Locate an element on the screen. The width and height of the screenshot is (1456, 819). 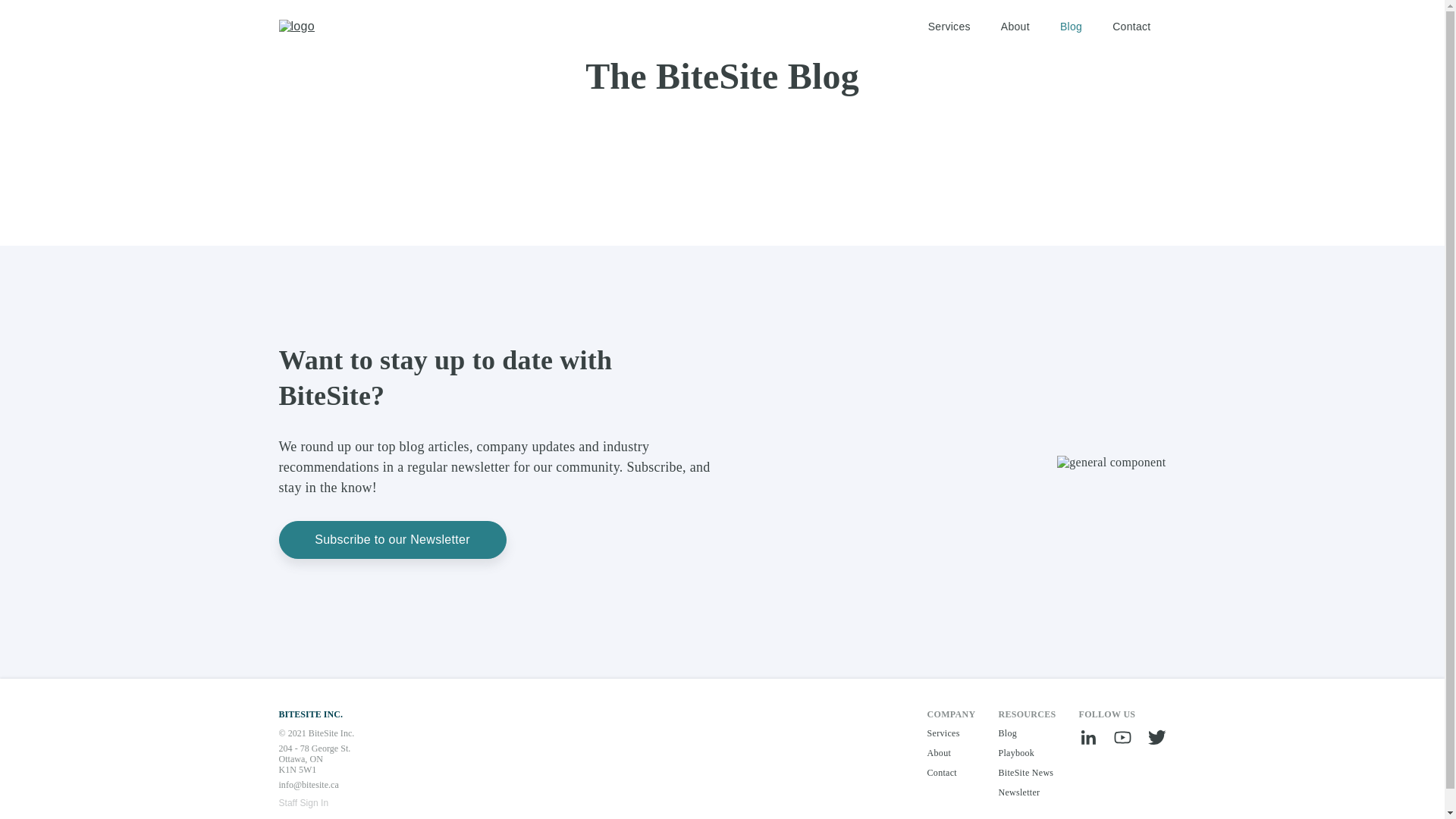
'Services' is located at coordinates (949, 26).